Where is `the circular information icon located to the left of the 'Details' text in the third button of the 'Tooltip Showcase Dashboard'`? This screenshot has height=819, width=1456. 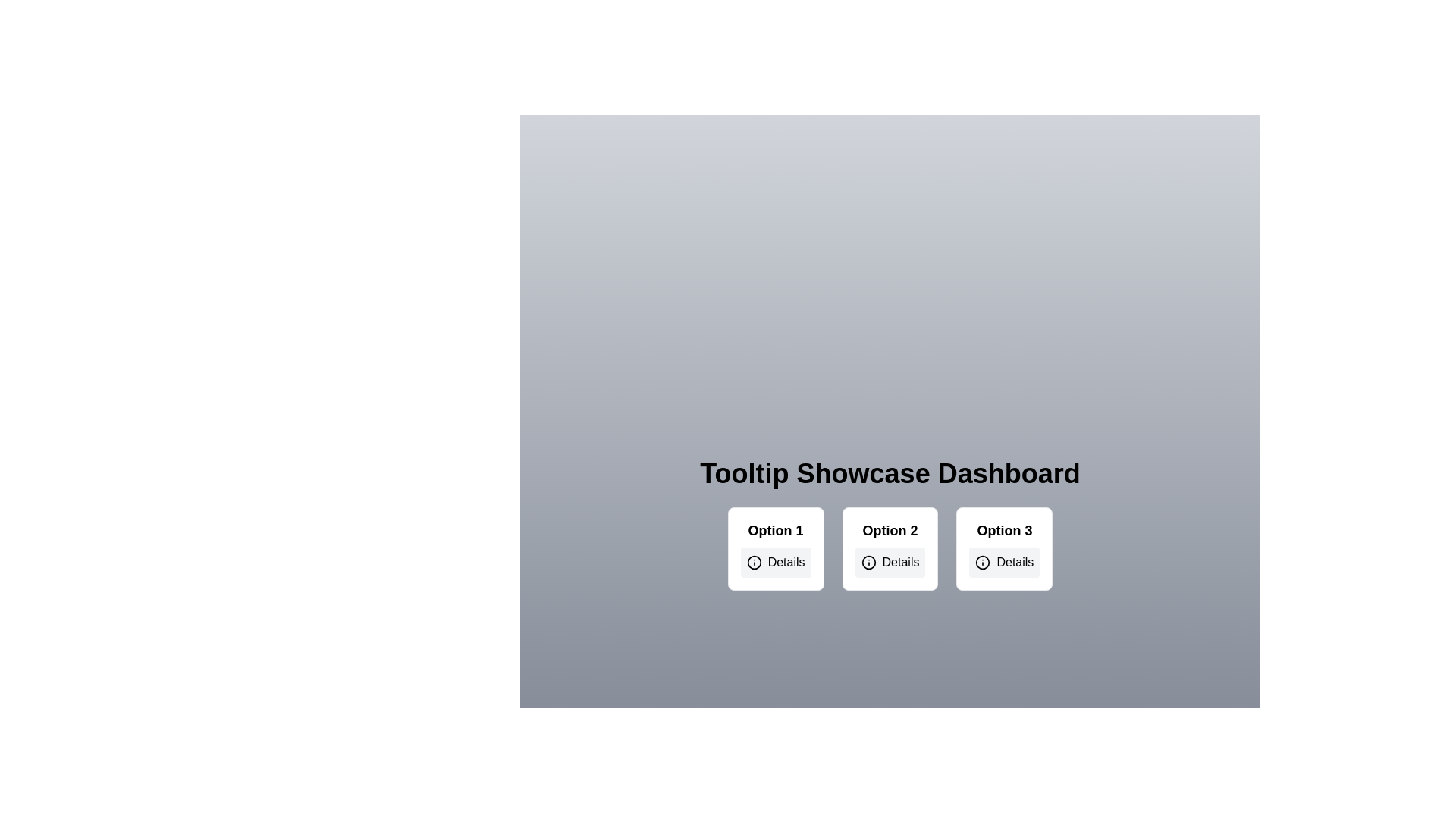
the circular information icon located to the left of the 'Details' text in the third button of the 'Tooltip Showcase Dashboard' is located at coordinates (983, 562).